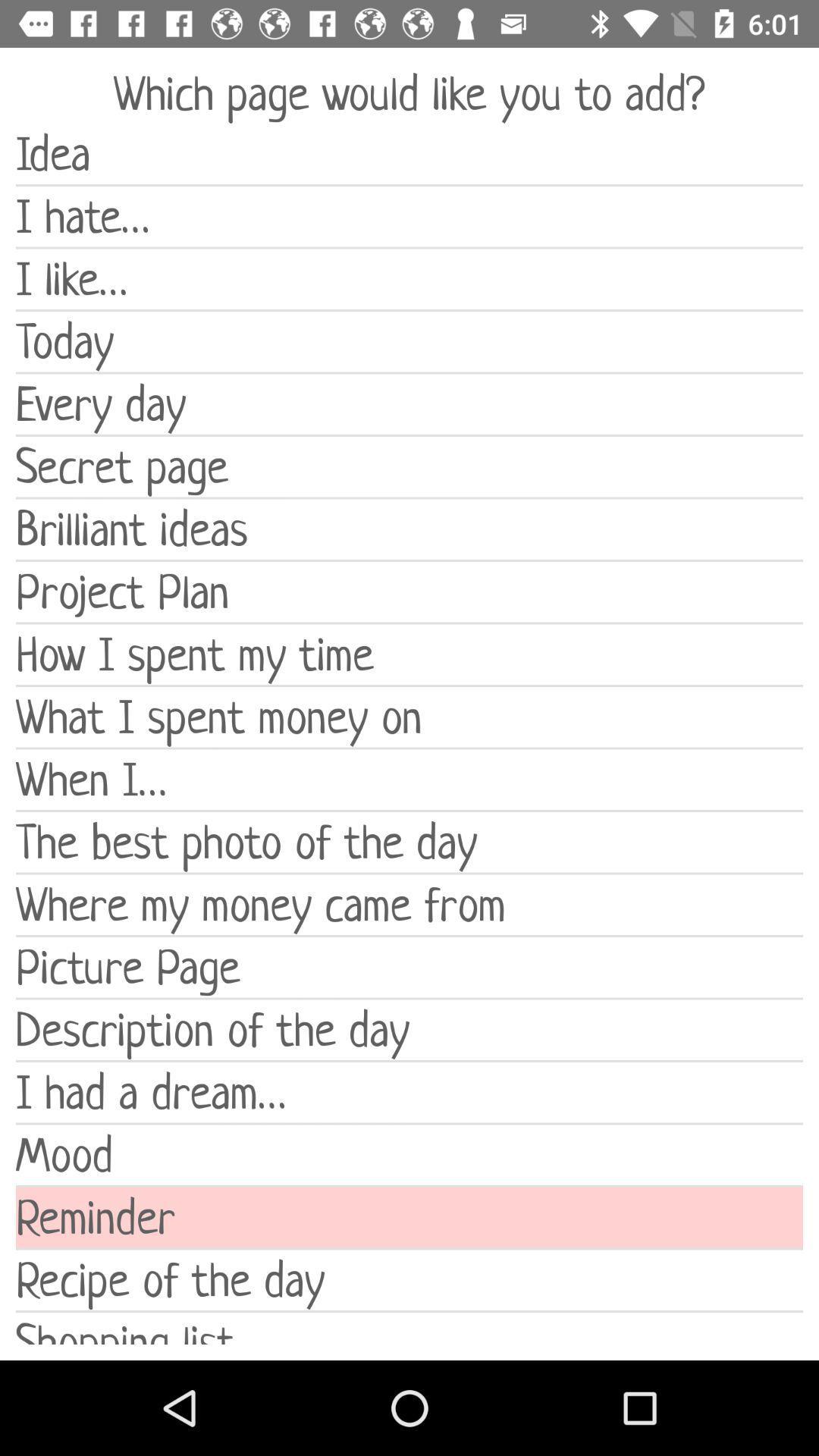  What do you see at coordinates (409, 591) in the screenshot?
I see `the item below the brilliant ideas icon` at bounding box center [409, 591].